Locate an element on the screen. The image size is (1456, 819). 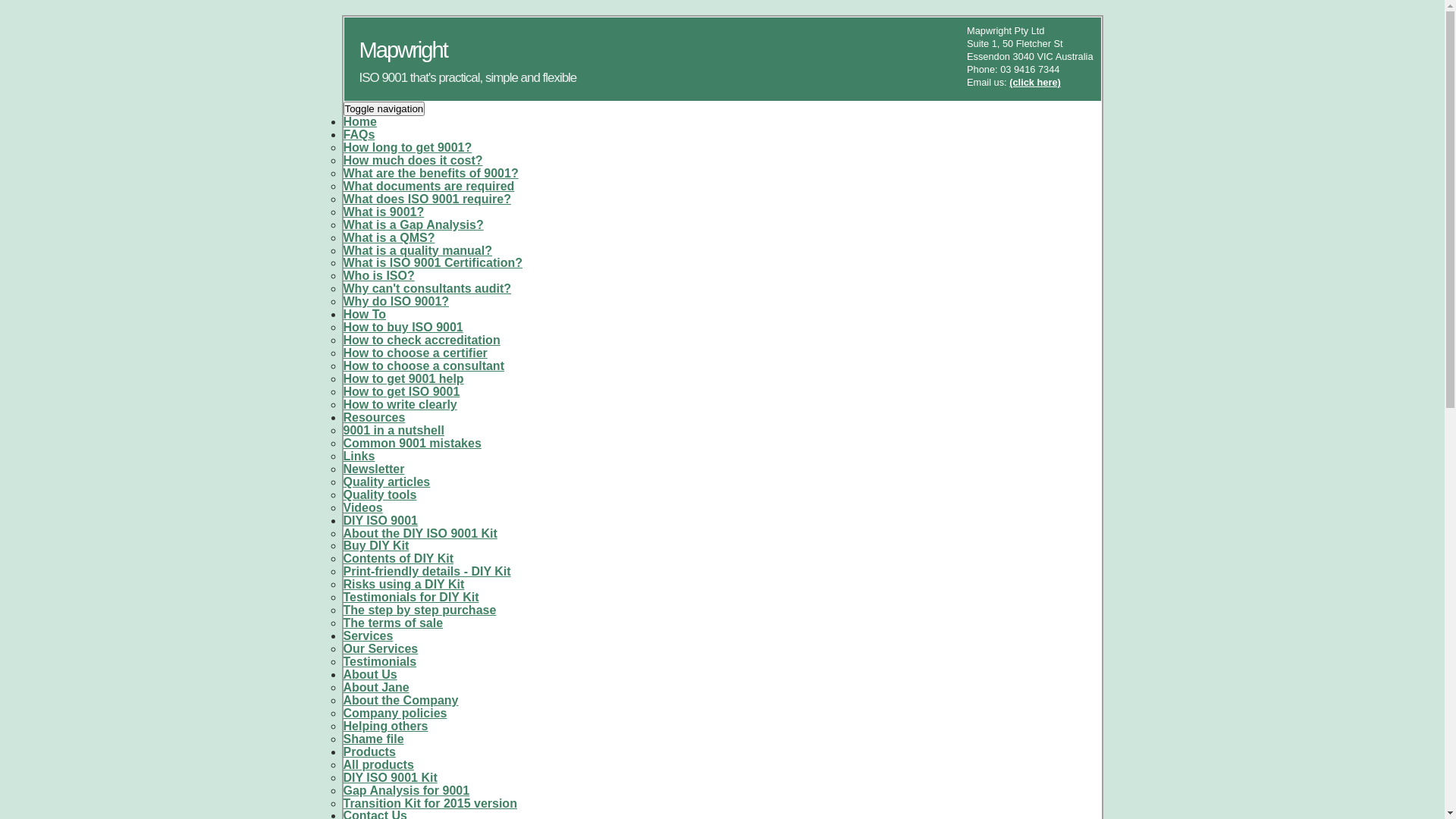
'Quality articles' is located at coordinates (386, 482).